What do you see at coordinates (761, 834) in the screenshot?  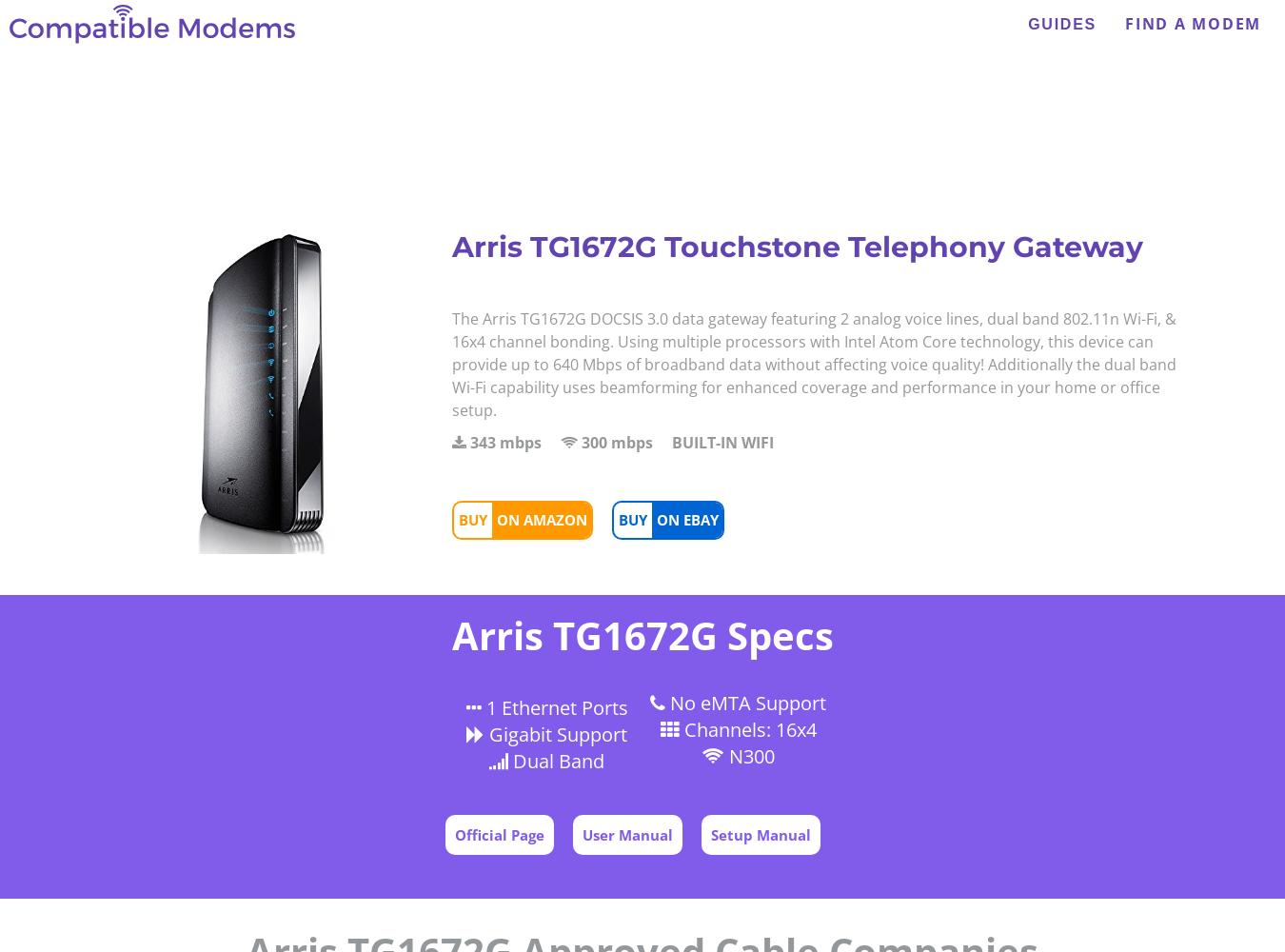 I see `'Setup Manual'` at bounding box center [761, 834].